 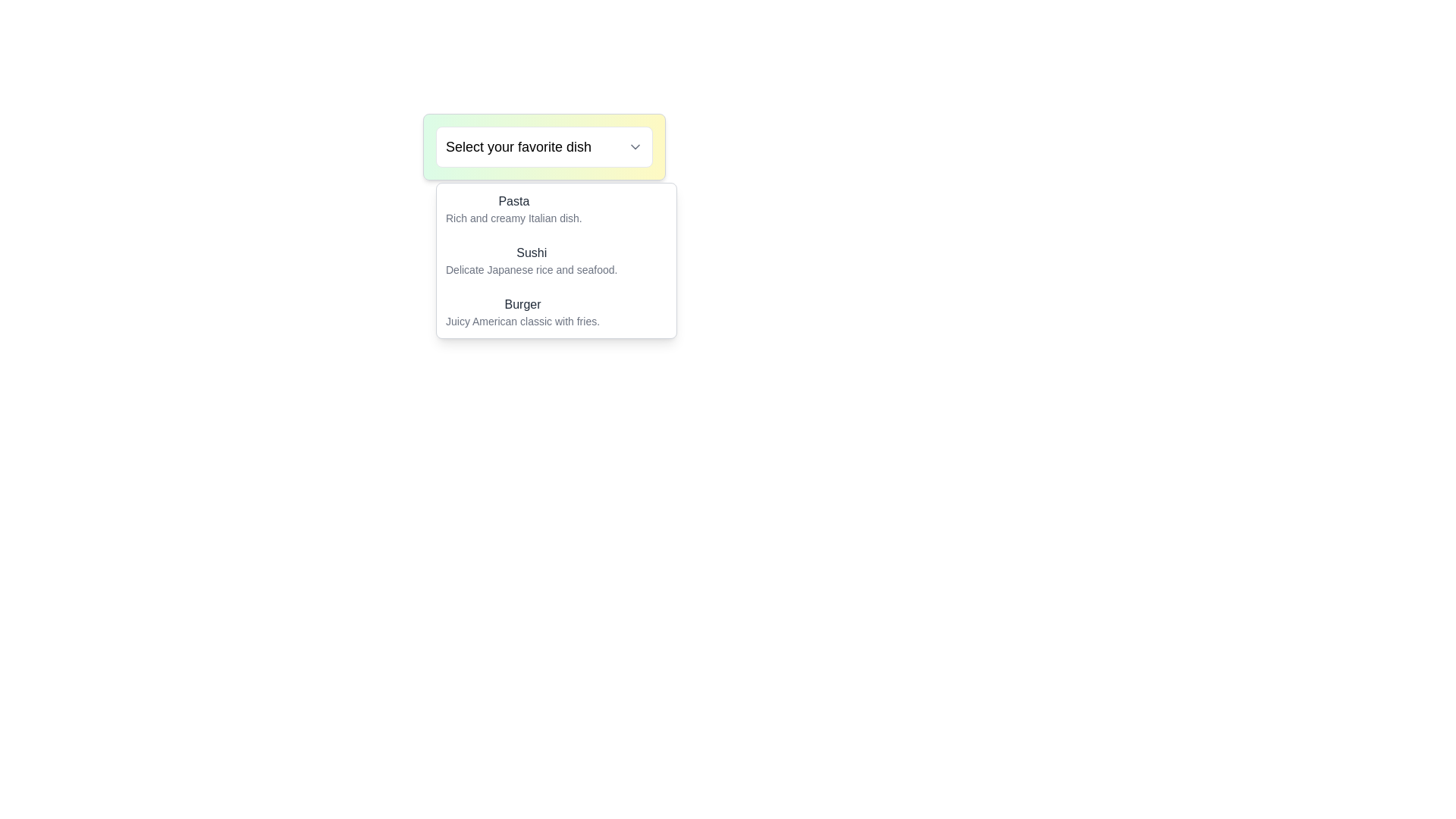 What do you see at coordinates (532, 253) in the screenshot?
I see `the Text Label that represents an option in the selection menu for choosing a favorite dish, located underneath the title 'Select your favorite dish', between 'Pasta' and 'Burger'` at bounding box center [532, 253].